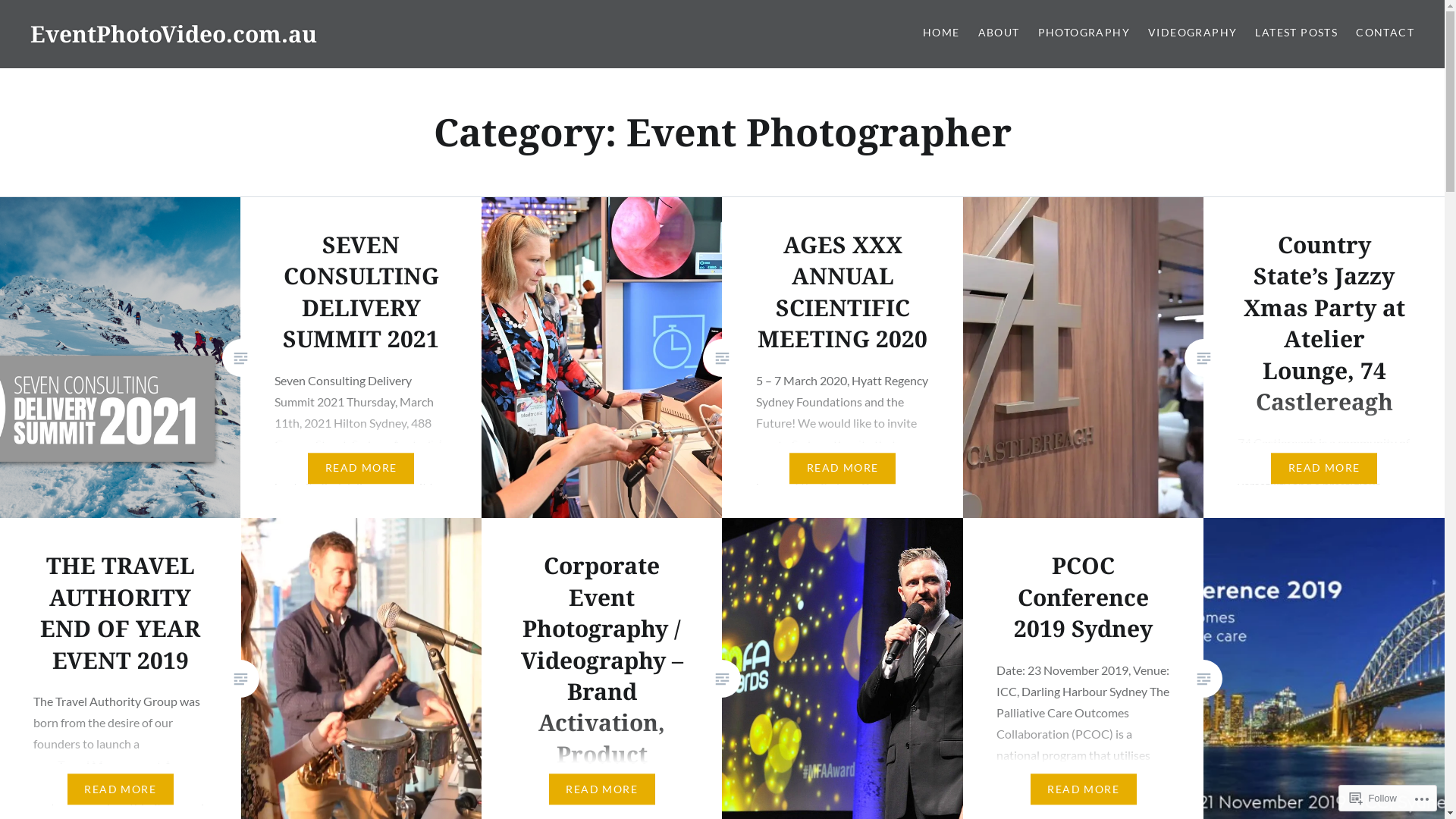  What do you see at coordinates (601, 789) in the screenshot?
I see `'READ MORE'` at bounding box center [601, 789].